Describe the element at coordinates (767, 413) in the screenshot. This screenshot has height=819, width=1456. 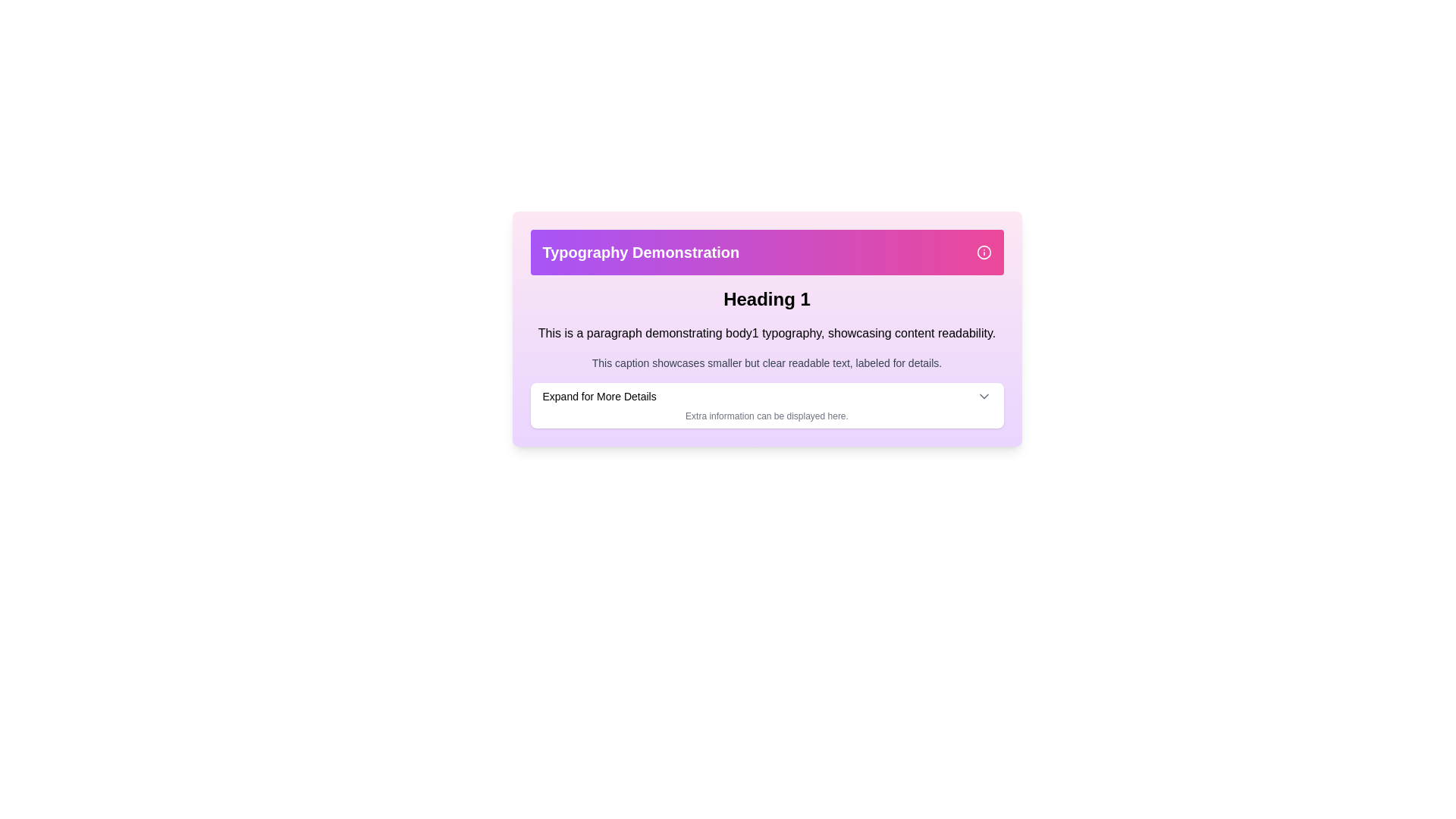
I see `the static text element that contains the text 'Extra information can be displayed here.' and is located directly beneath the 'Expand for More Details' button` at that location.